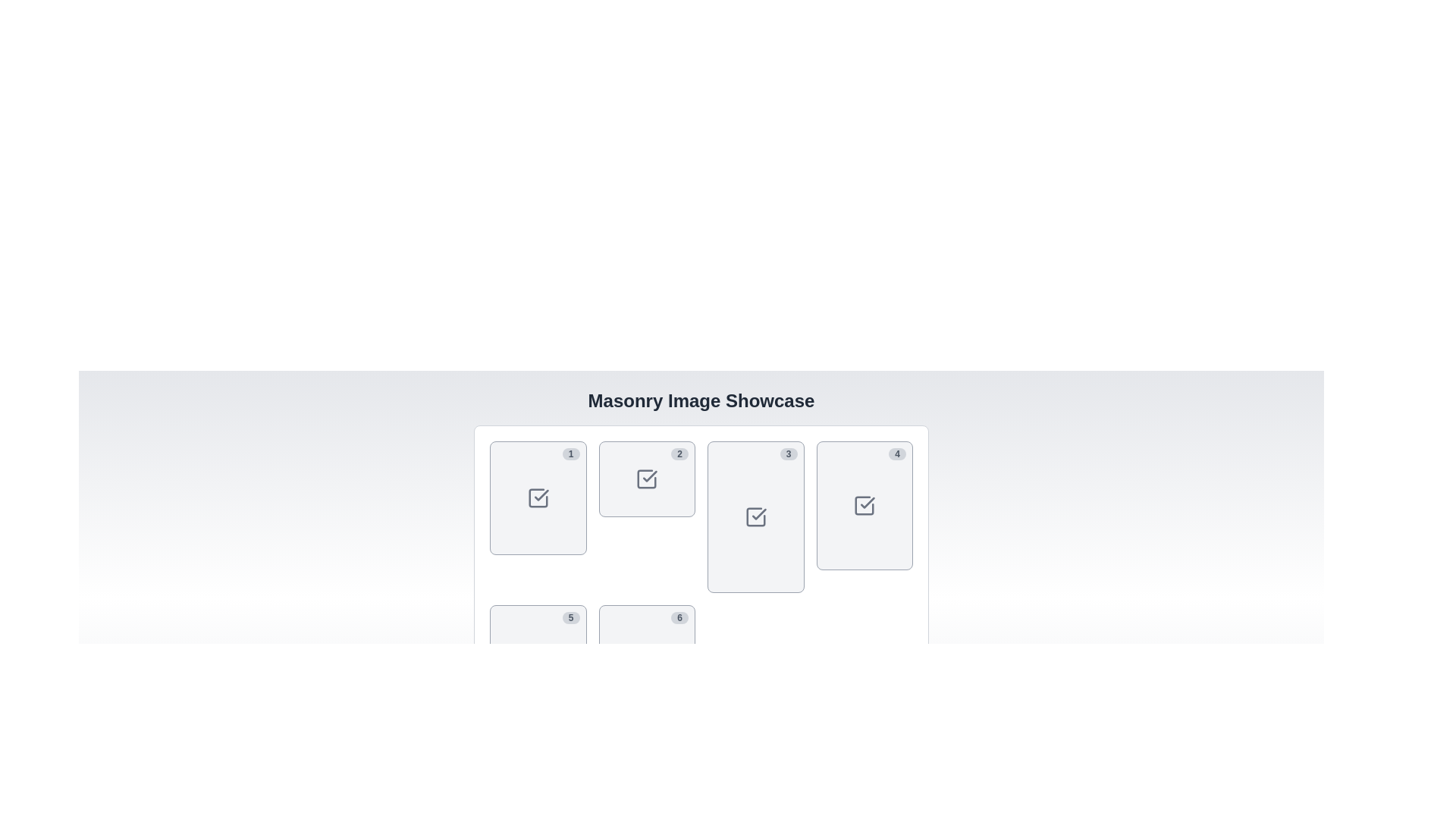  What do you see at coordinates (701, 400) in the screenshot?
I see `the Text label or heading that serves as the title for the masonry-style image showcase, located at the top of the content area above the grid layout of image cards` at bounding box center [701, 400].